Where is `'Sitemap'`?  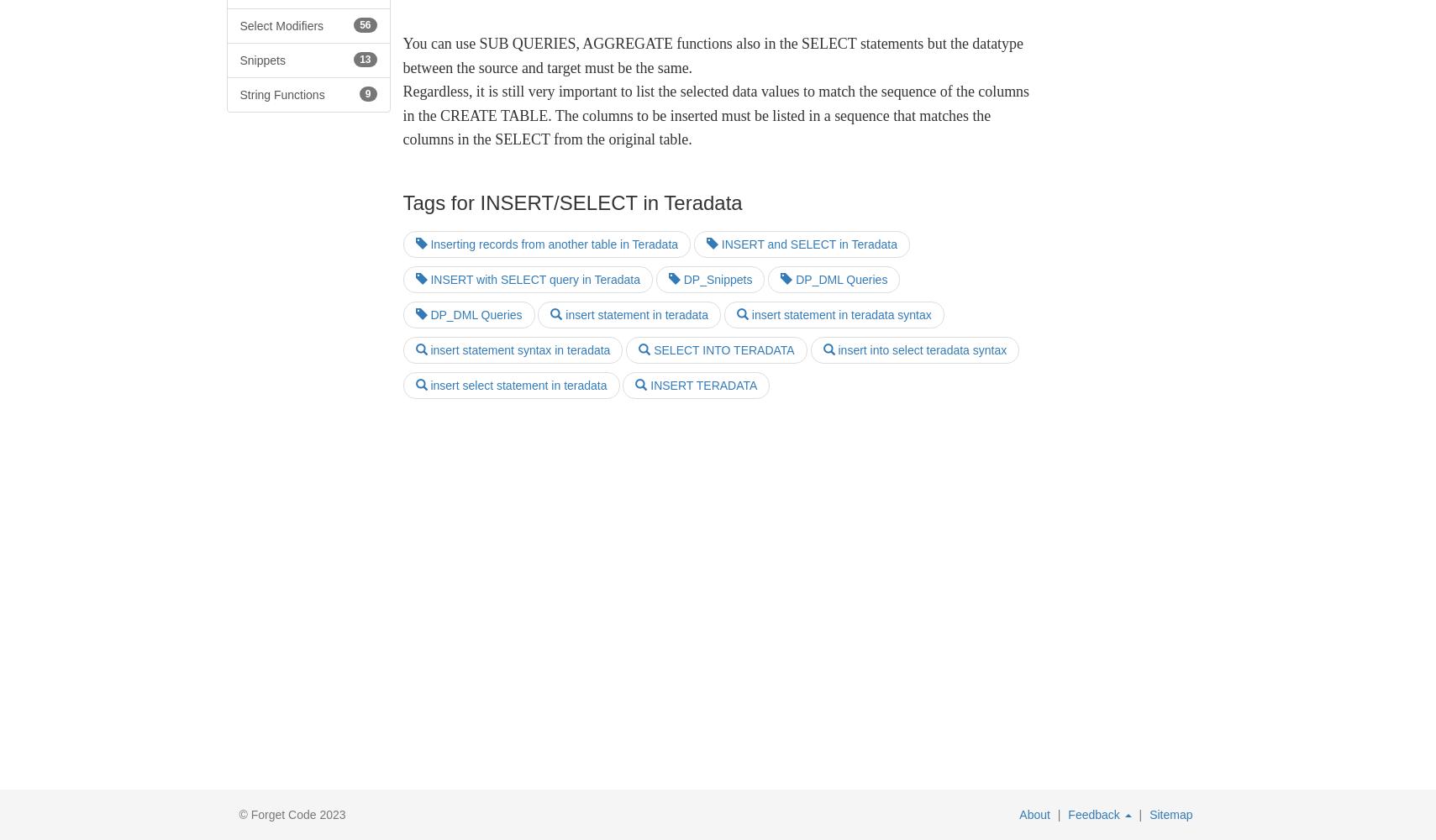
'Sitemap' is located at coordinates (1170, 814).